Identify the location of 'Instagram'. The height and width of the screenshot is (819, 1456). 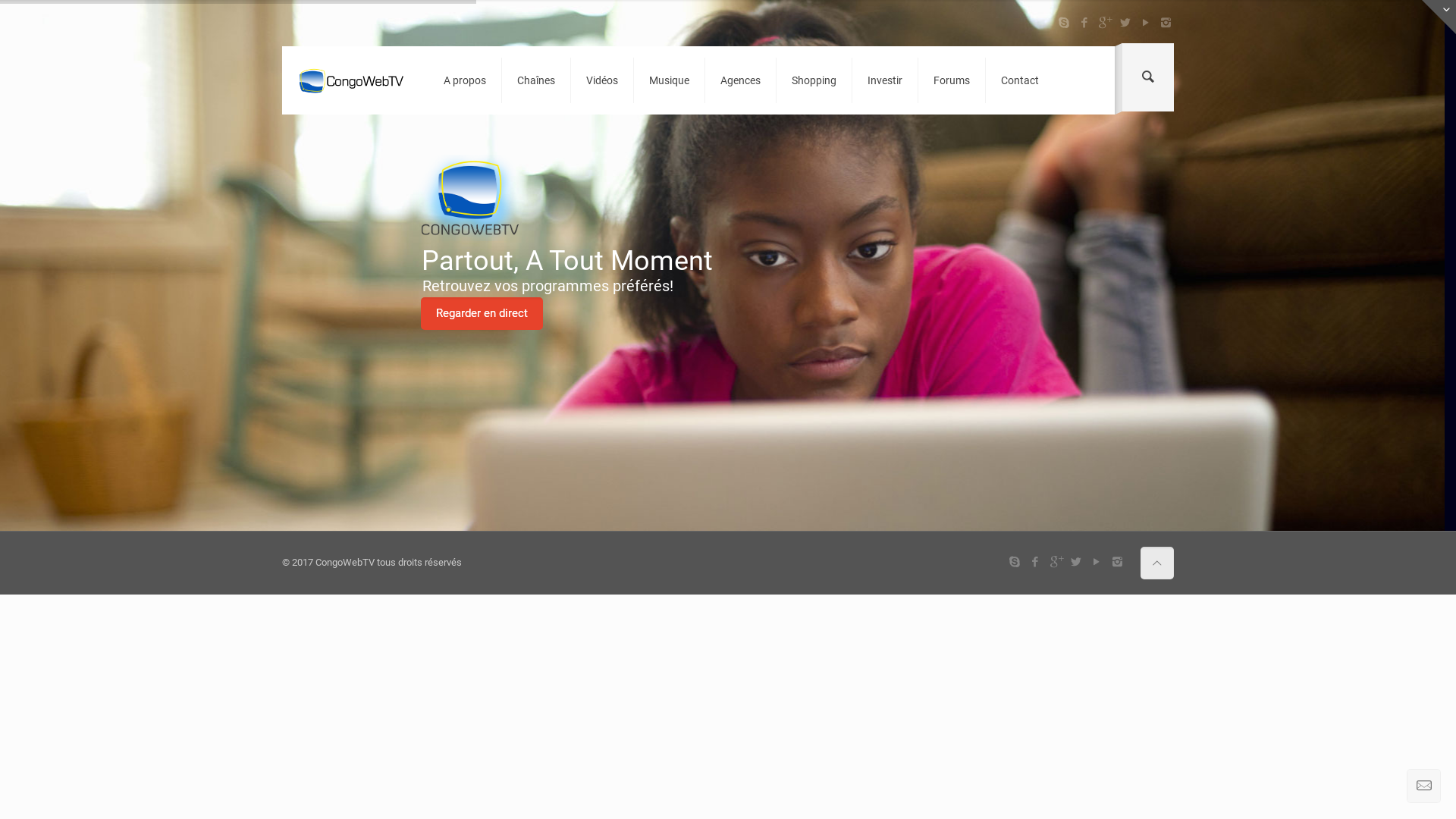
(1117, 561).